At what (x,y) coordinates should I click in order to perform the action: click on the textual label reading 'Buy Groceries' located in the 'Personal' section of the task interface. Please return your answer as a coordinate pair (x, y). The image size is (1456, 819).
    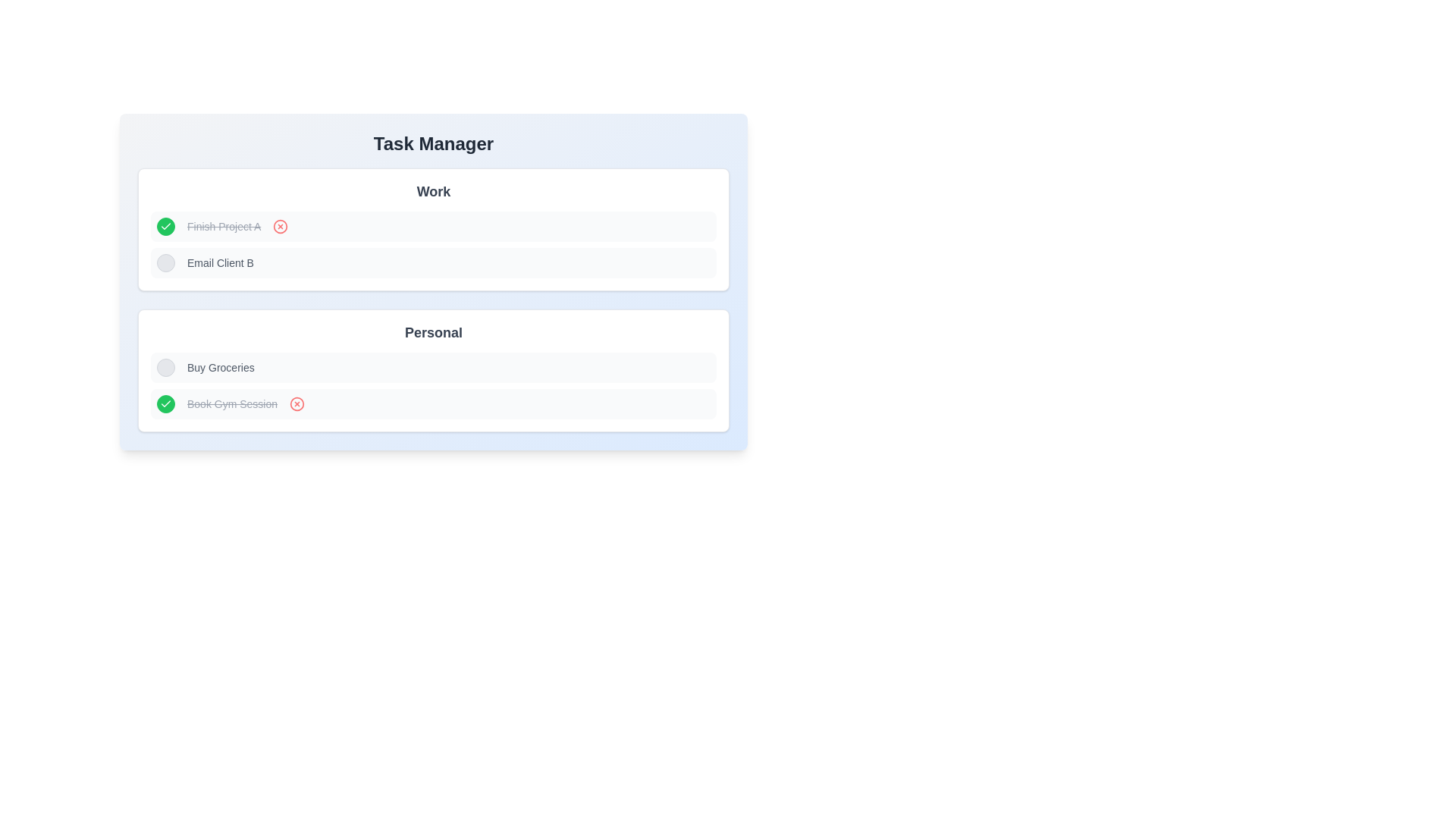
    Looking at the image, I should click on (220, 368).